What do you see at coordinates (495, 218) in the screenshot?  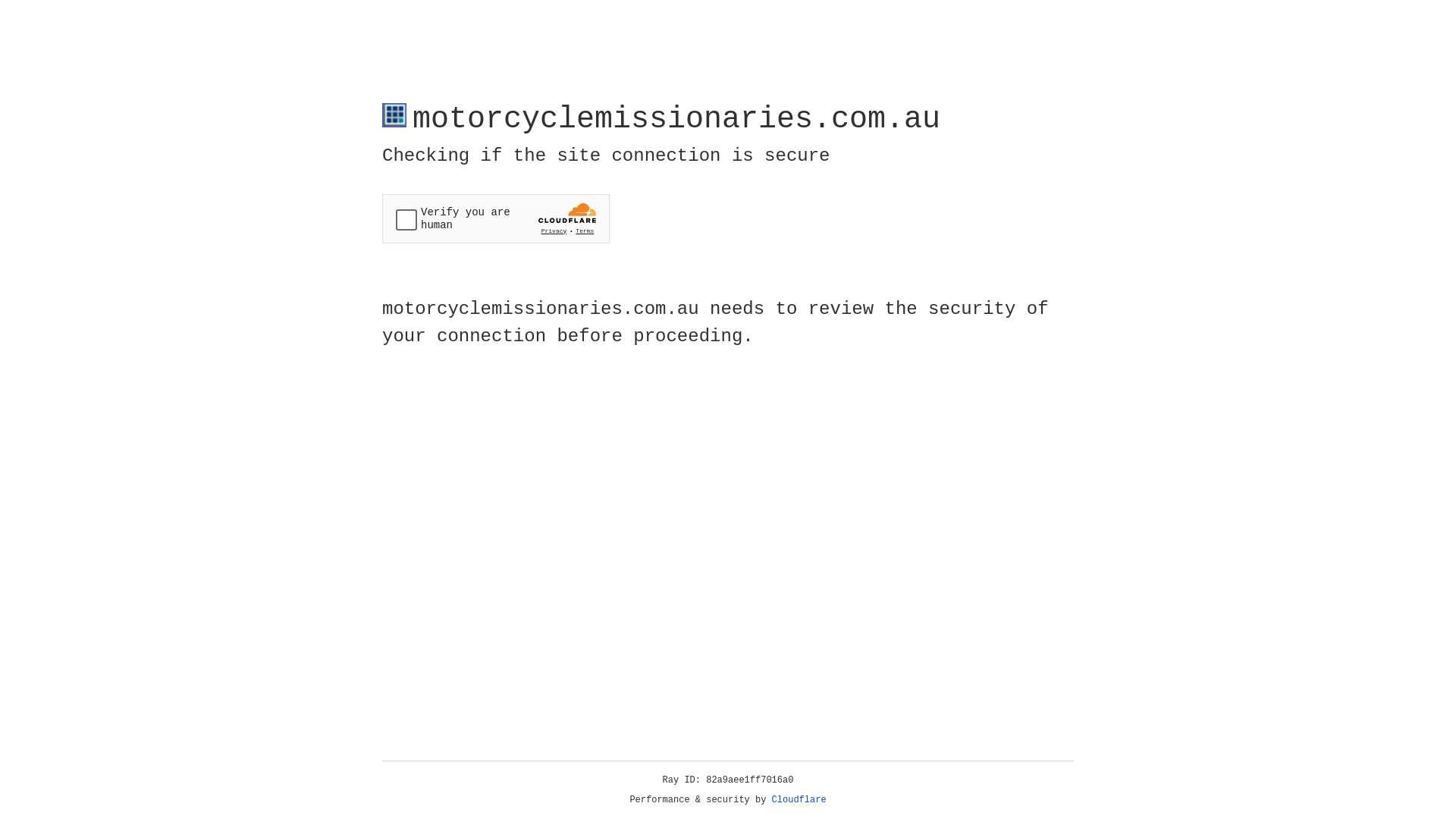 I see `'Widget containing a Cloudflare security challenge'` at bounding box center [495, 218].